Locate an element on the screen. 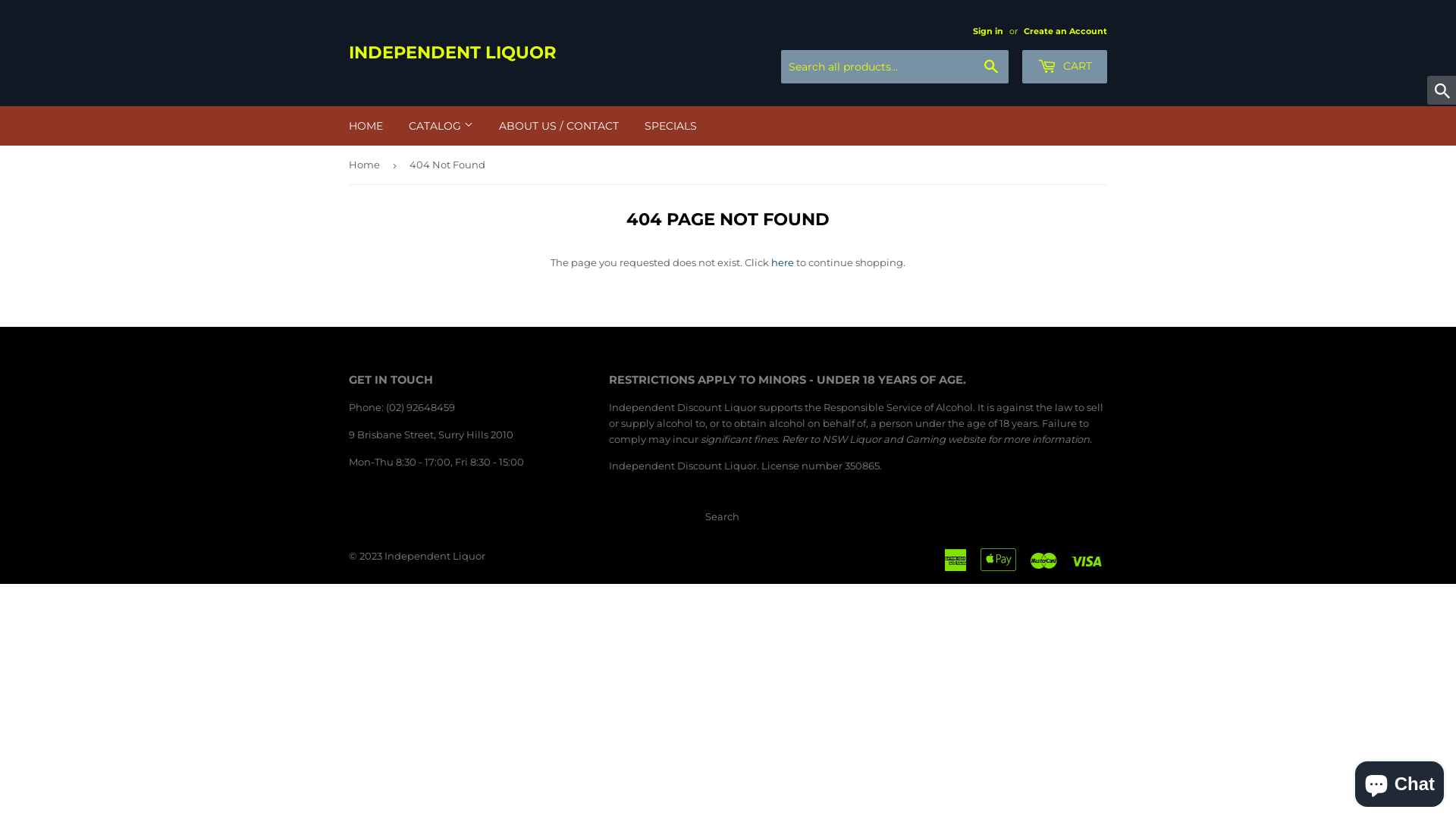 The width and height of the screenshot is (1456, 819). 'here' is located at coordinates (783, 262).